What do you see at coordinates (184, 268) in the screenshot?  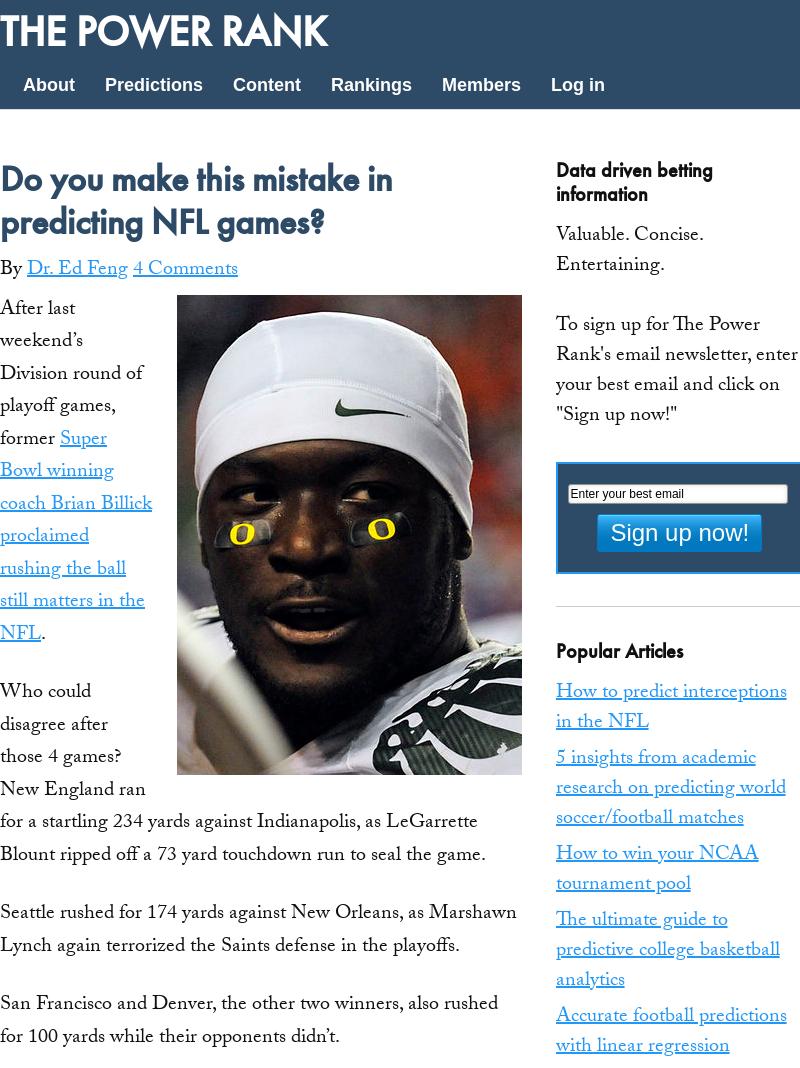 I see `'4 Comments'` at bounding box center [184, 268].